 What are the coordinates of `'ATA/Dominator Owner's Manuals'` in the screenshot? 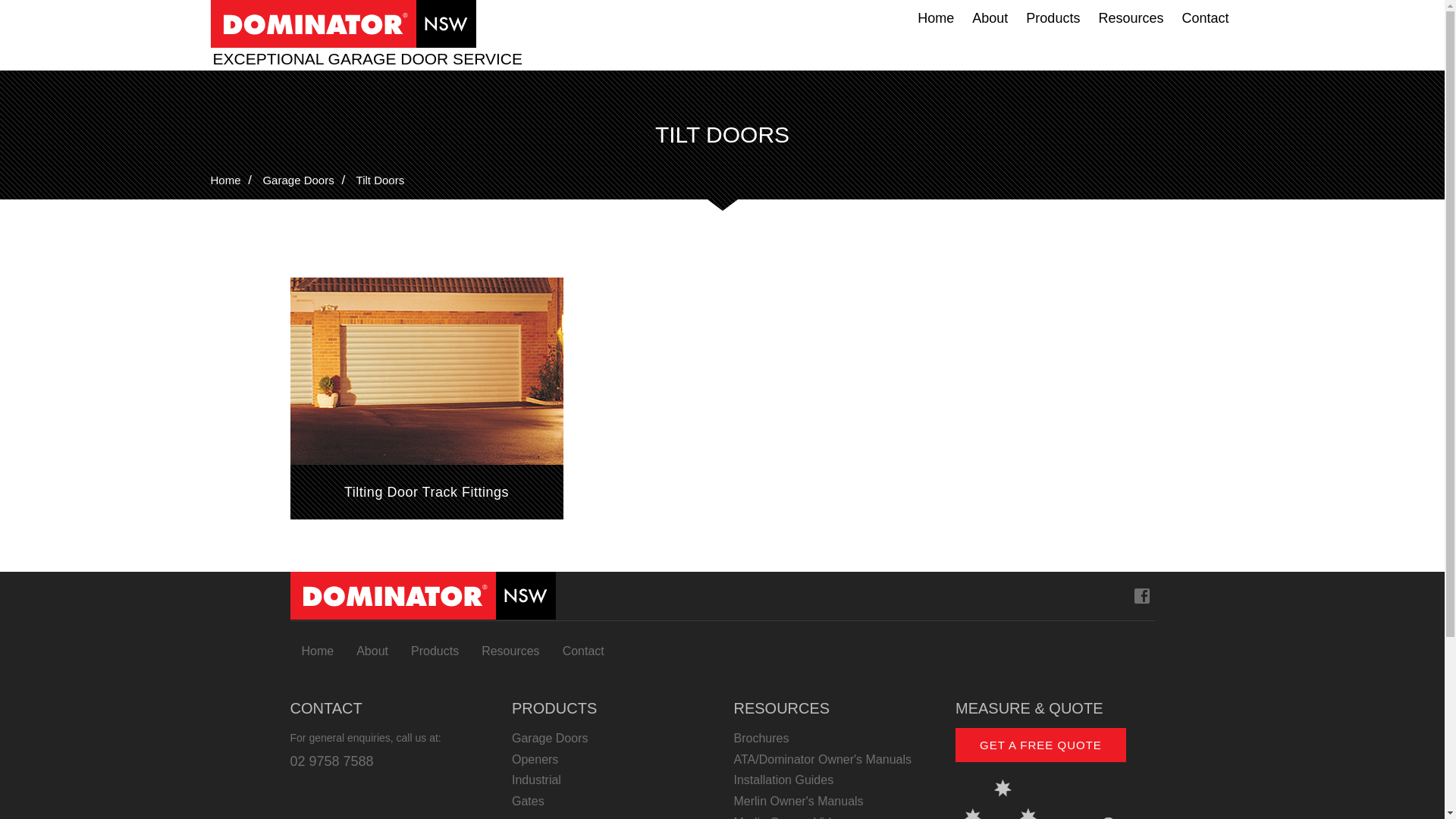 It's located at (833, 760).